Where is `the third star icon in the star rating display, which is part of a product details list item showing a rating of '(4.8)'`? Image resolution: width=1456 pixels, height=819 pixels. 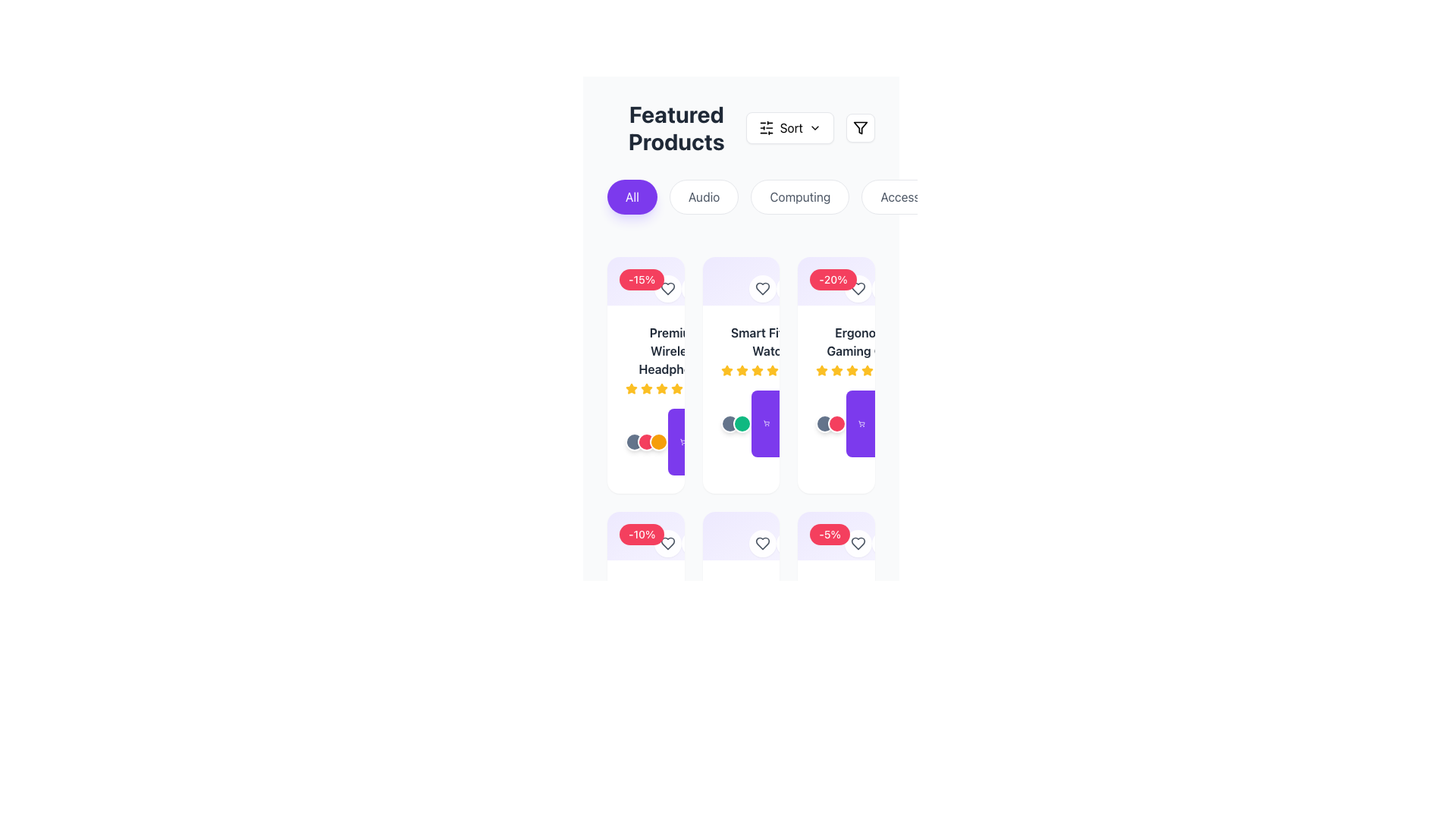 the third star icon in the star rating display, which is part of a product details list item showing a rating of '(4.8)' is located at coordinates (742, 371).